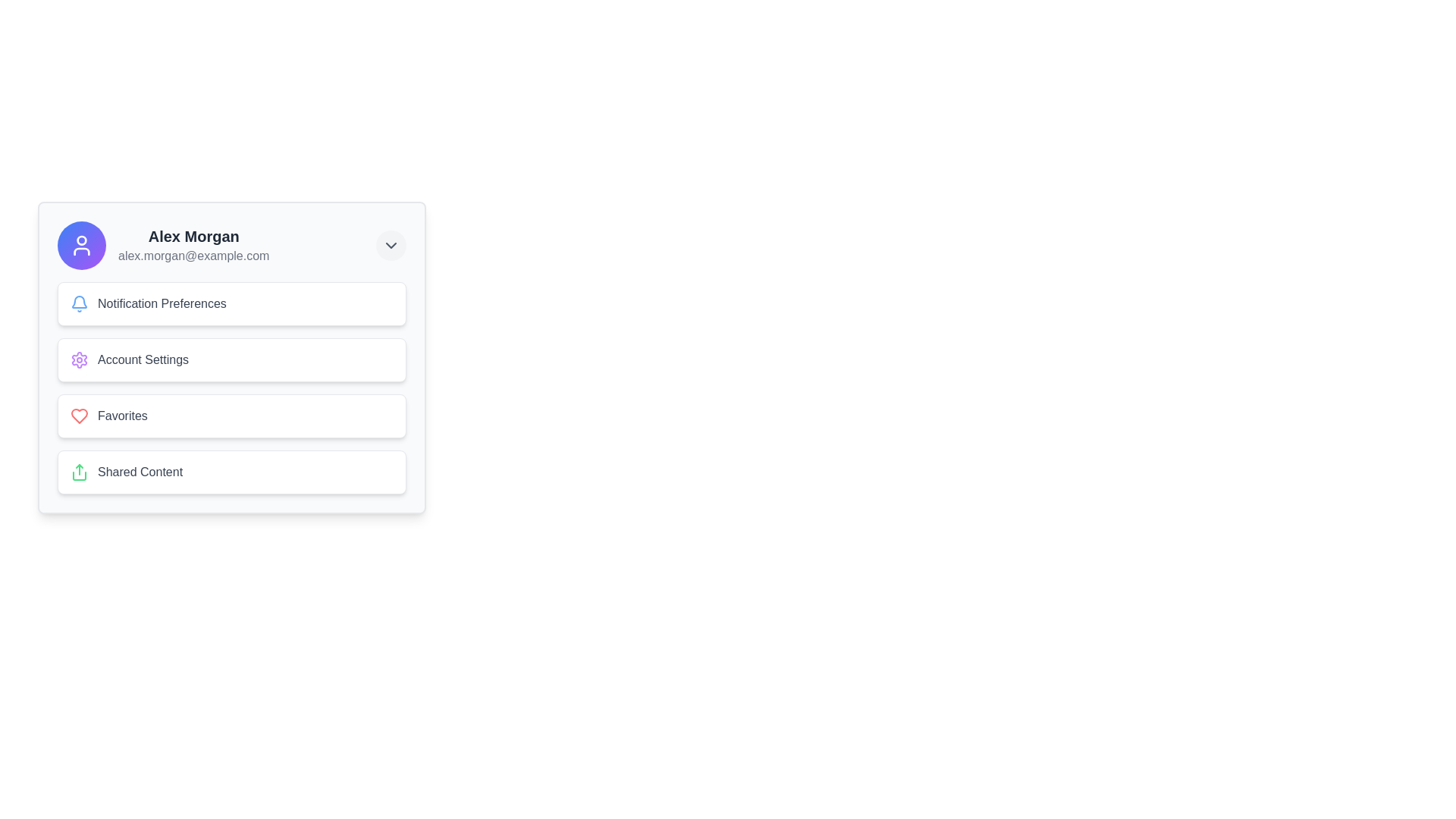  Describe the element at coordinates (81, 239) in the screenshot. I see `the SVG Circle representing the user's avatar icon, which is located at the top-center position of the purple rounded square` at that location.